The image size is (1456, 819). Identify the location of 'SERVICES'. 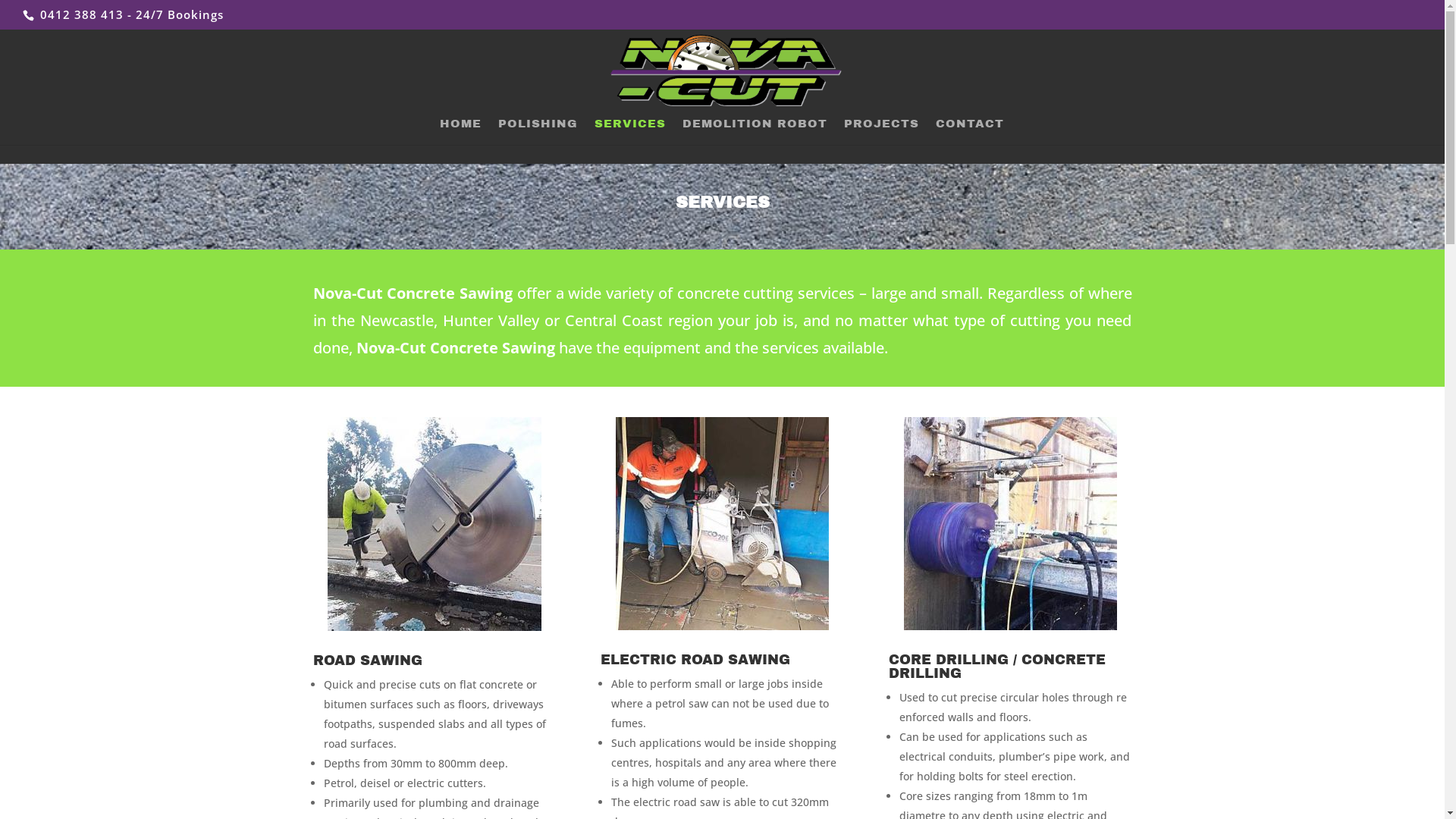
(629, 130).